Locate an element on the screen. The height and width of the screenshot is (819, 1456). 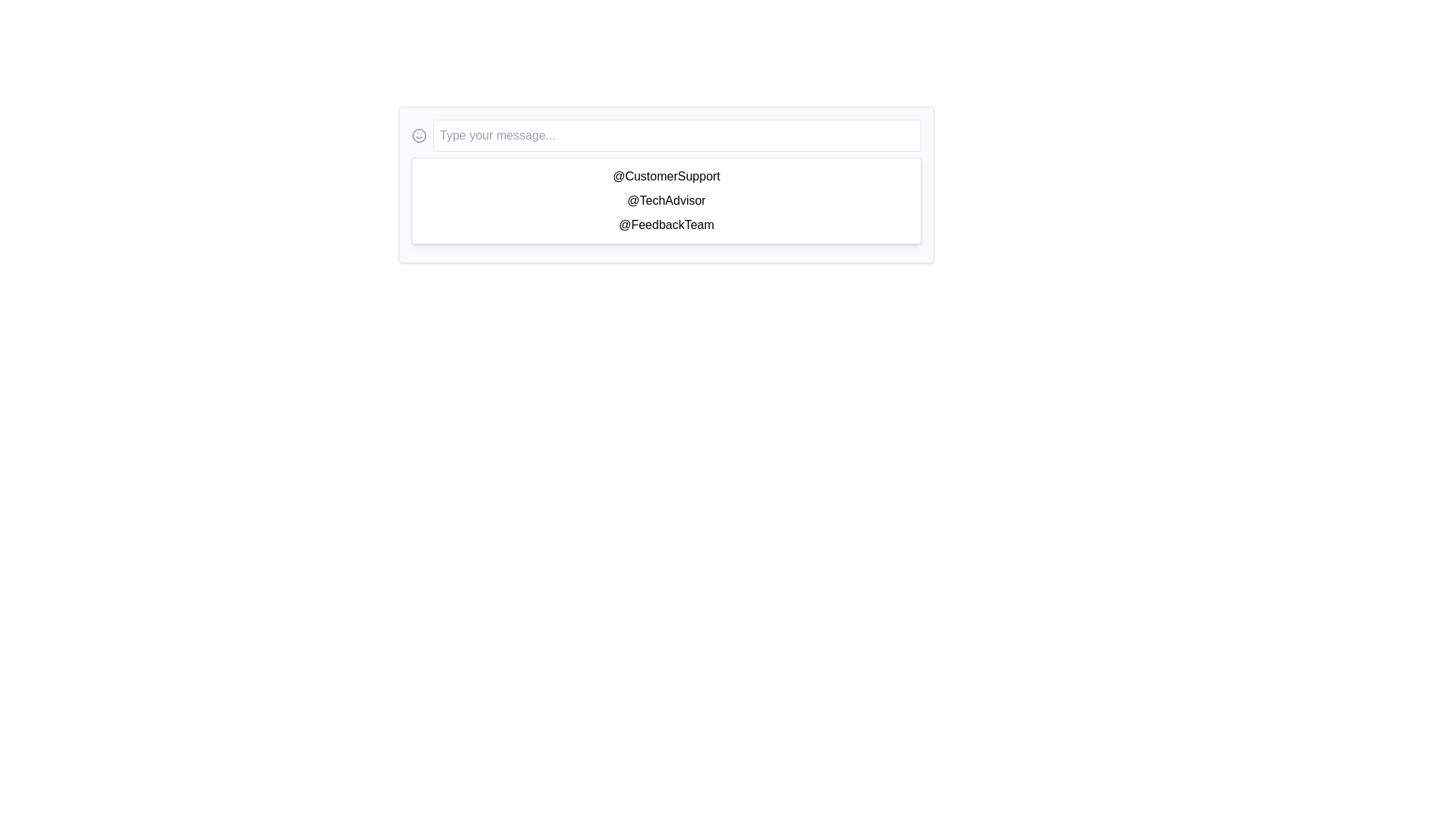
the text label '@CustomerSupport' which is the first item in a vertical list of options is located at coordinates (666, 175).